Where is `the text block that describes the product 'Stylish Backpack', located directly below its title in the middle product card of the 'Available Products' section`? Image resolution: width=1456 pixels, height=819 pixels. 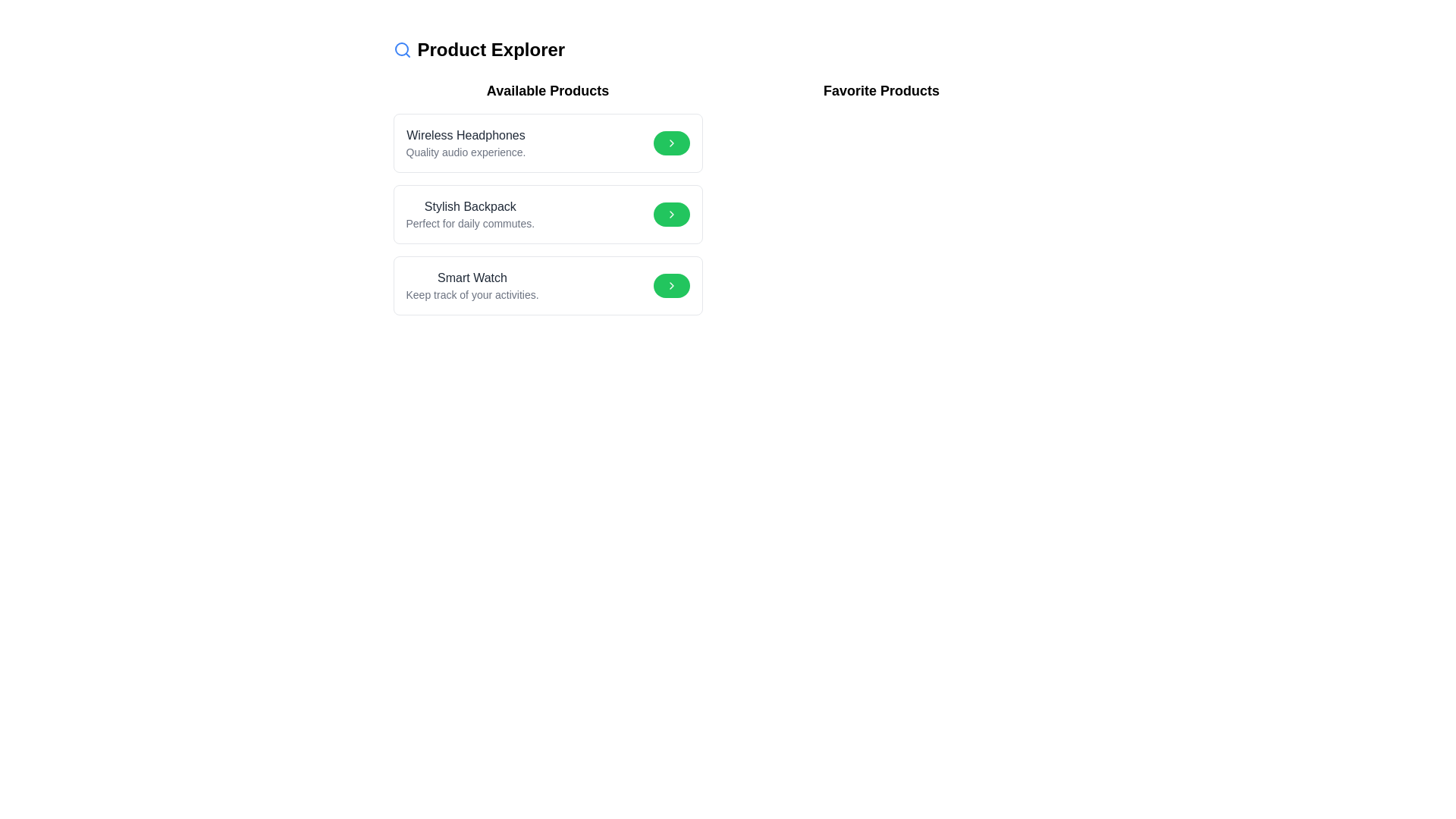
the text block that describes the product 'Stylish Backpack', located directly below its title in the middle product card of the 'Available Products' section is located at coordinates (469, 223).